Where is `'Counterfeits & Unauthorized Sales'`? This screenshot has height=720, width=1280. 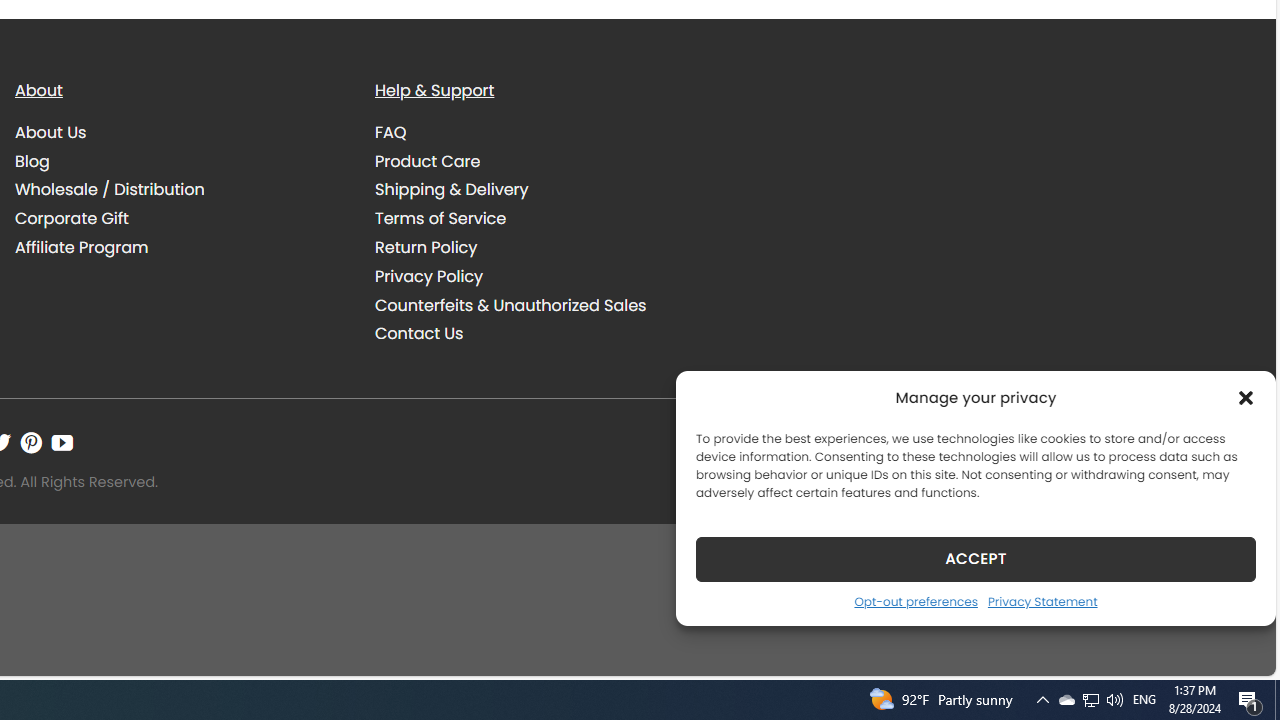 'Counterfeits & Unauthorized Sales' is located at coordinates (510, 304).